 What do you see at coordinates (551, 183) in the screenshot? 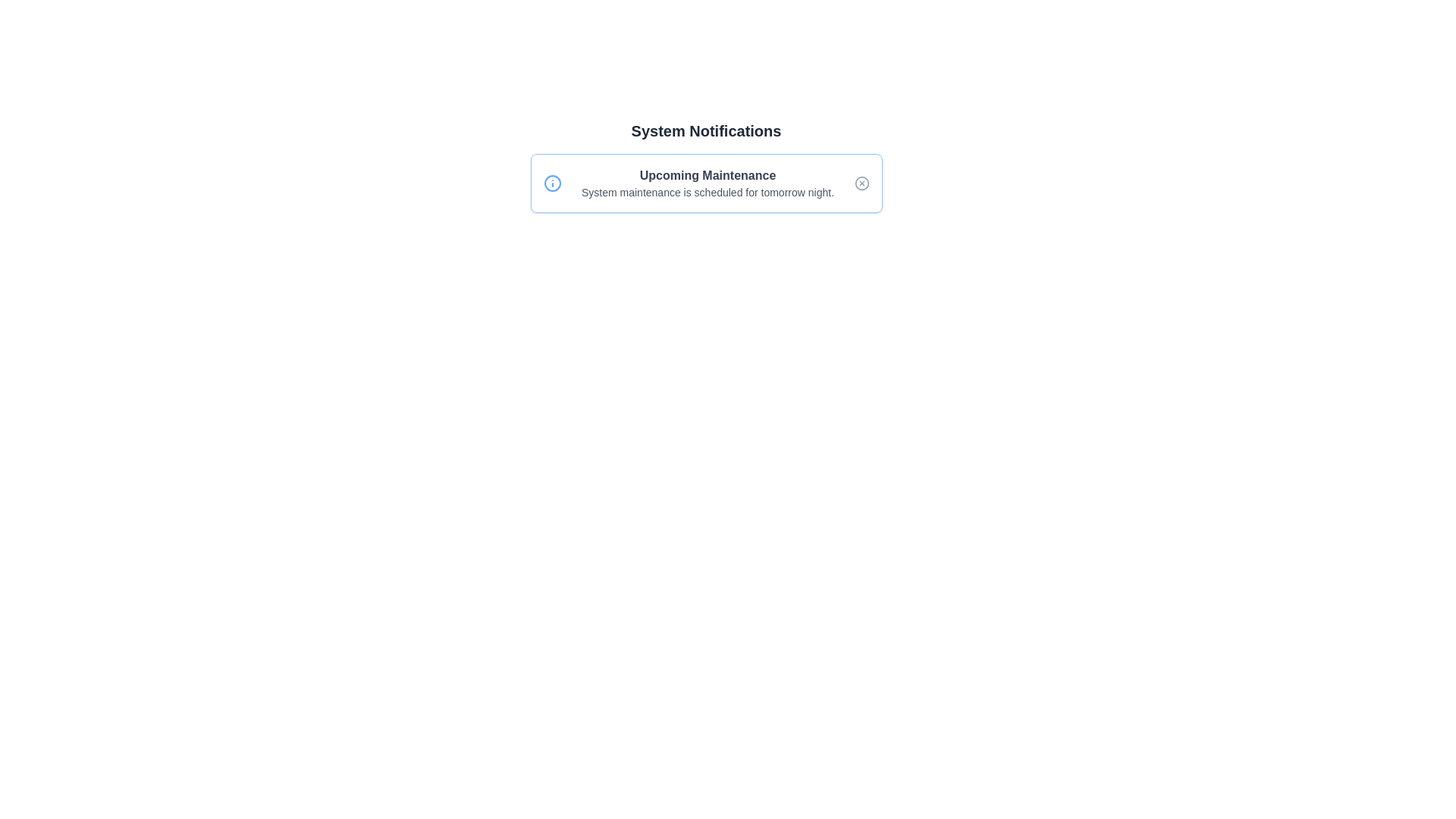
I see `the notification icon to interact with it` at bounding box center [551, 183].